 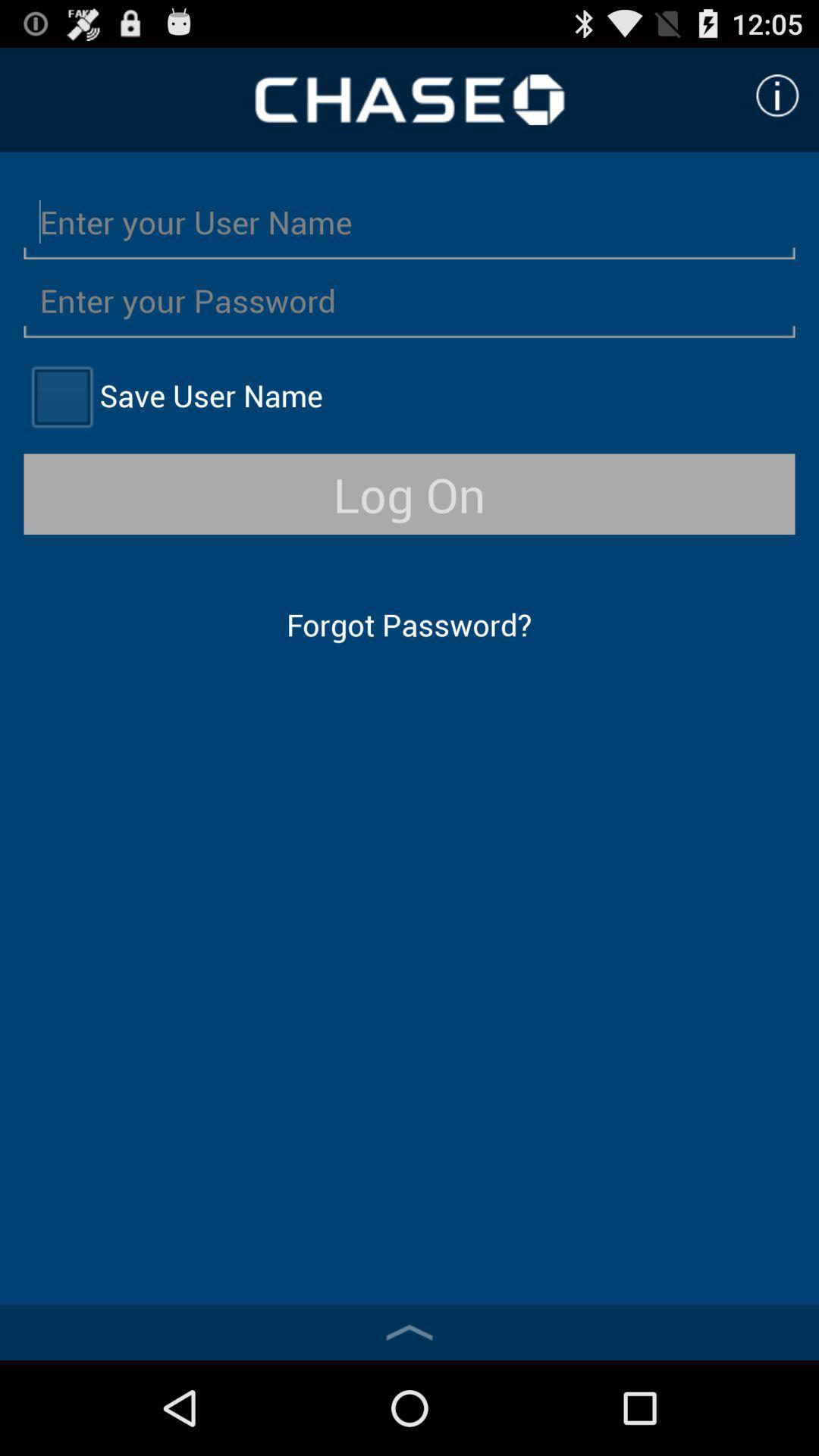 What do you see at coordinates (409, 1332) in the screenshot?
I see `arrow up option` at bounding box center [409, 1332].